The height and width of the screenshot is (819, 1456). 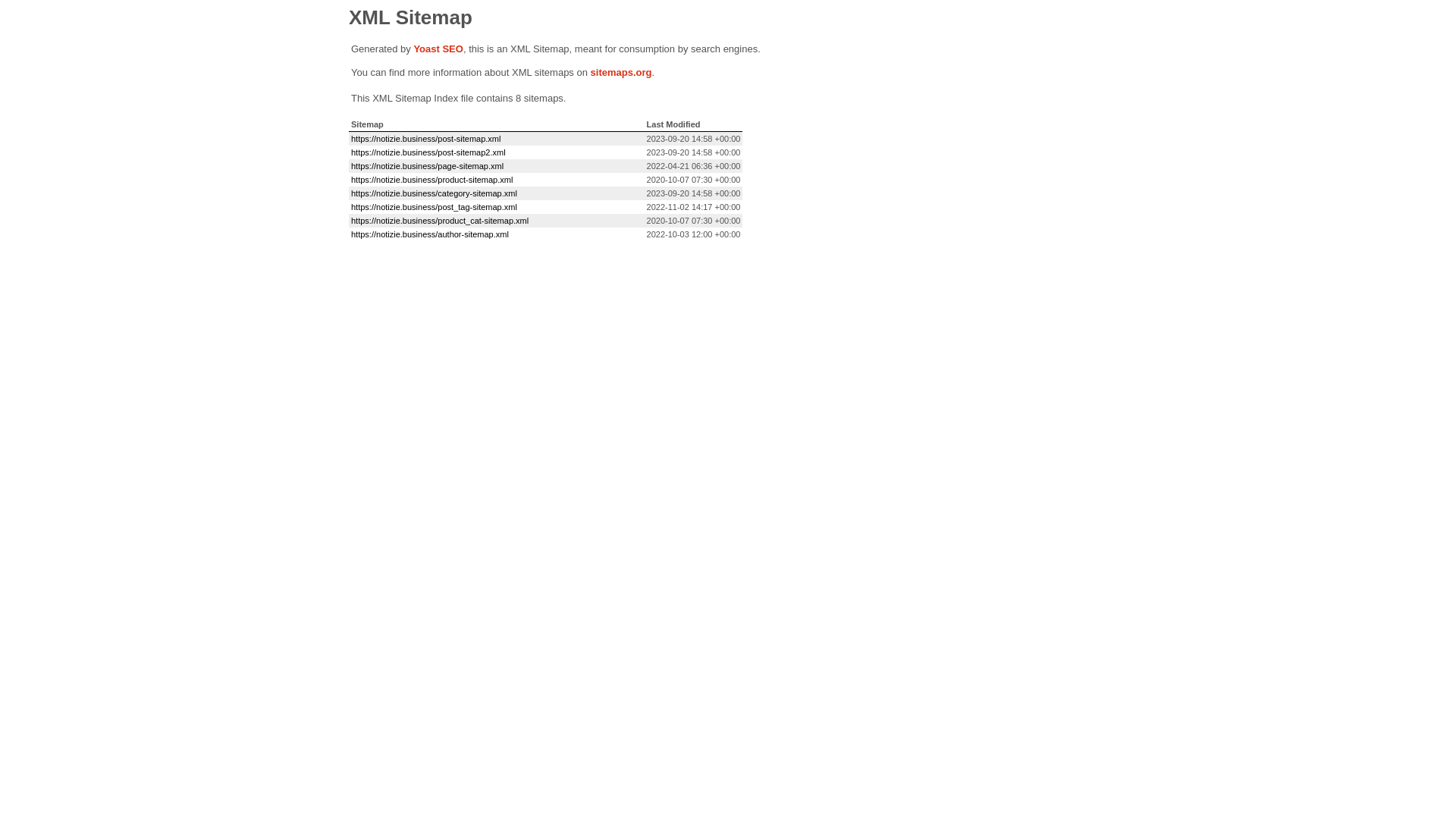 I want to click on 'sitemaps.org', so click(x=621, y=72).